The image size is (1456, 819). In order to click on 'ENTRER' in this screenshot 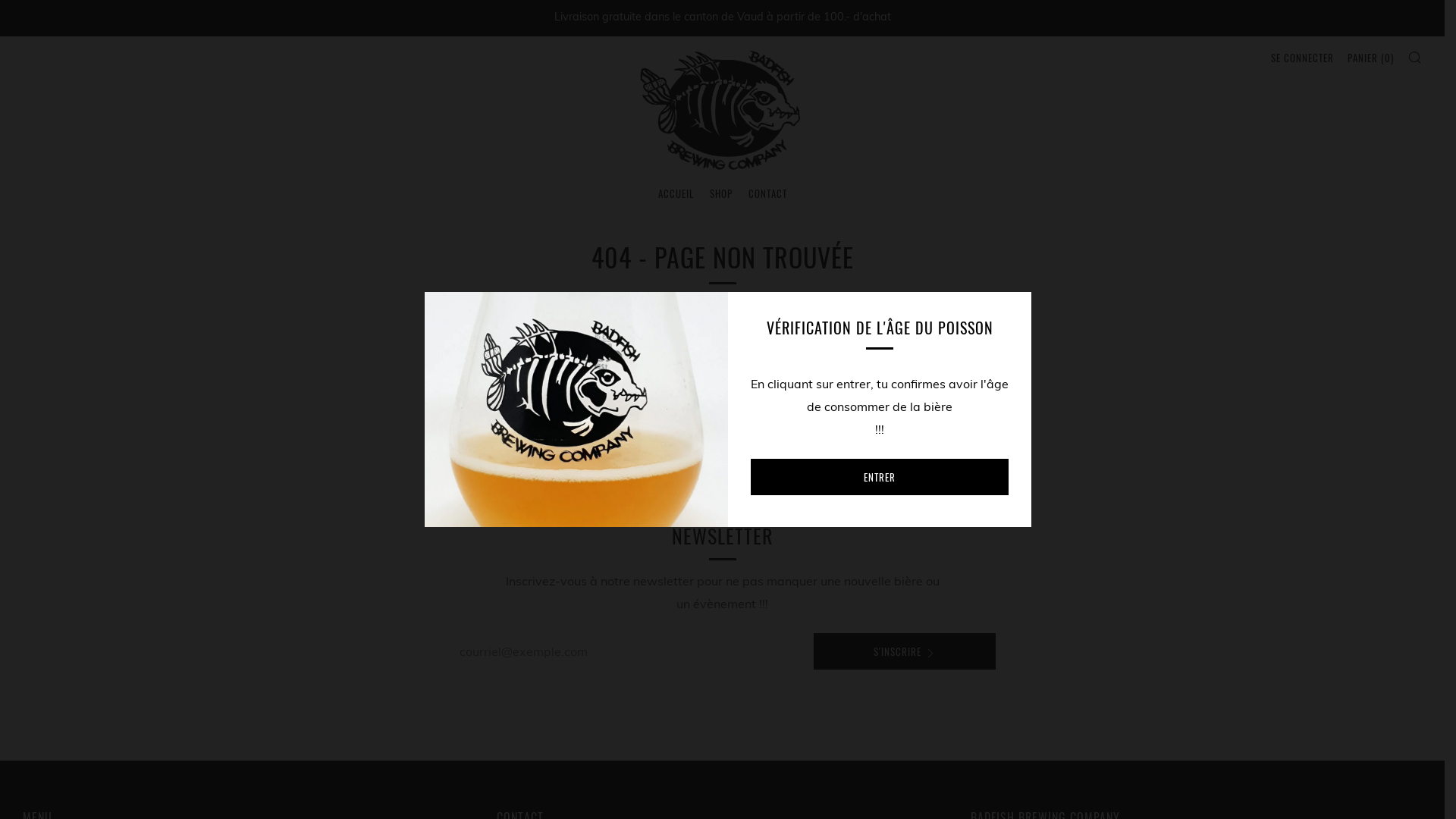, I will do `click(880, 475)`.